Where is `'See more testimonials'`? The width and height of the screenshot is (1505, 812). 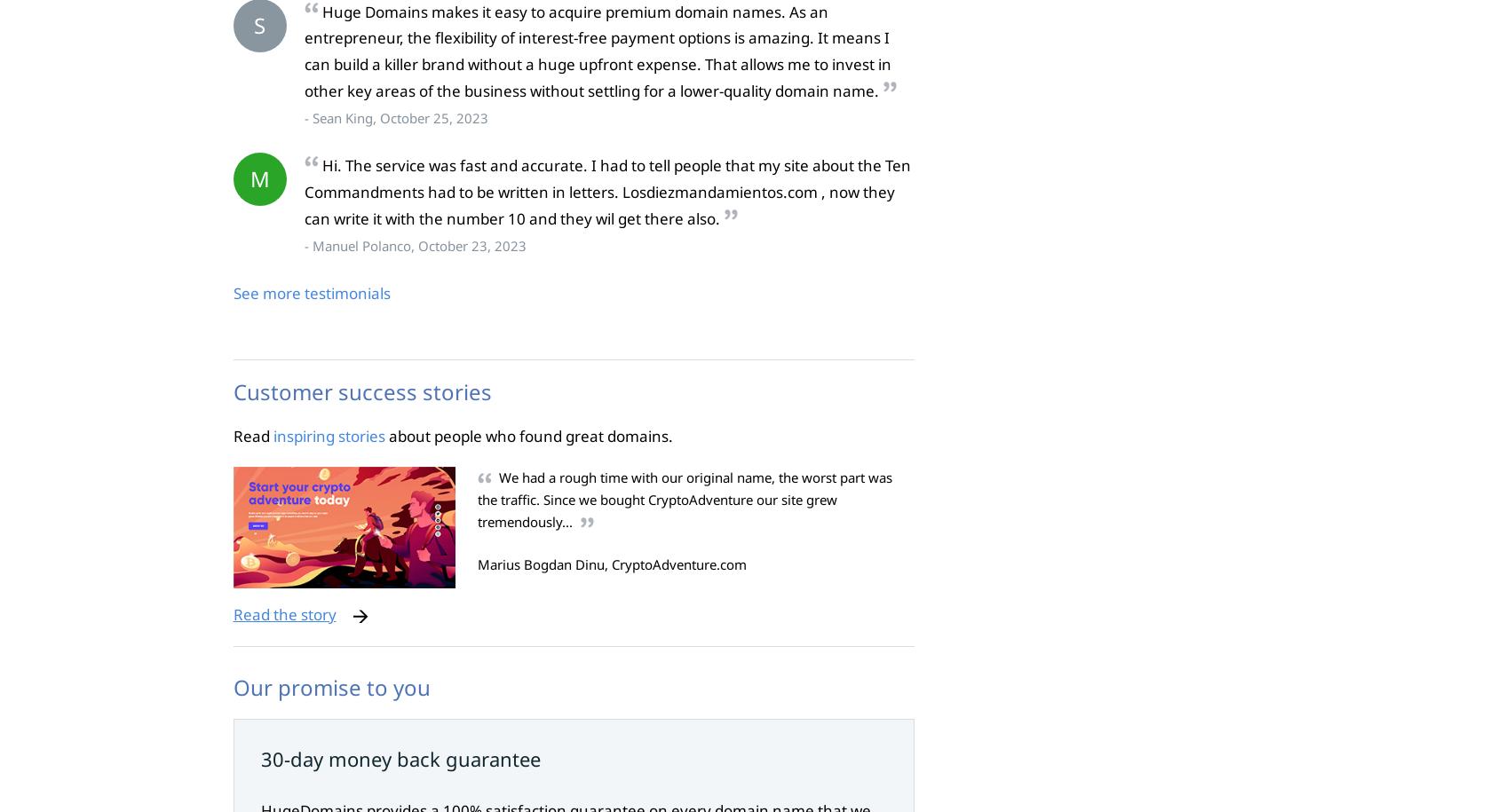 'See more testimonials' is located at coordinates (310, 293).